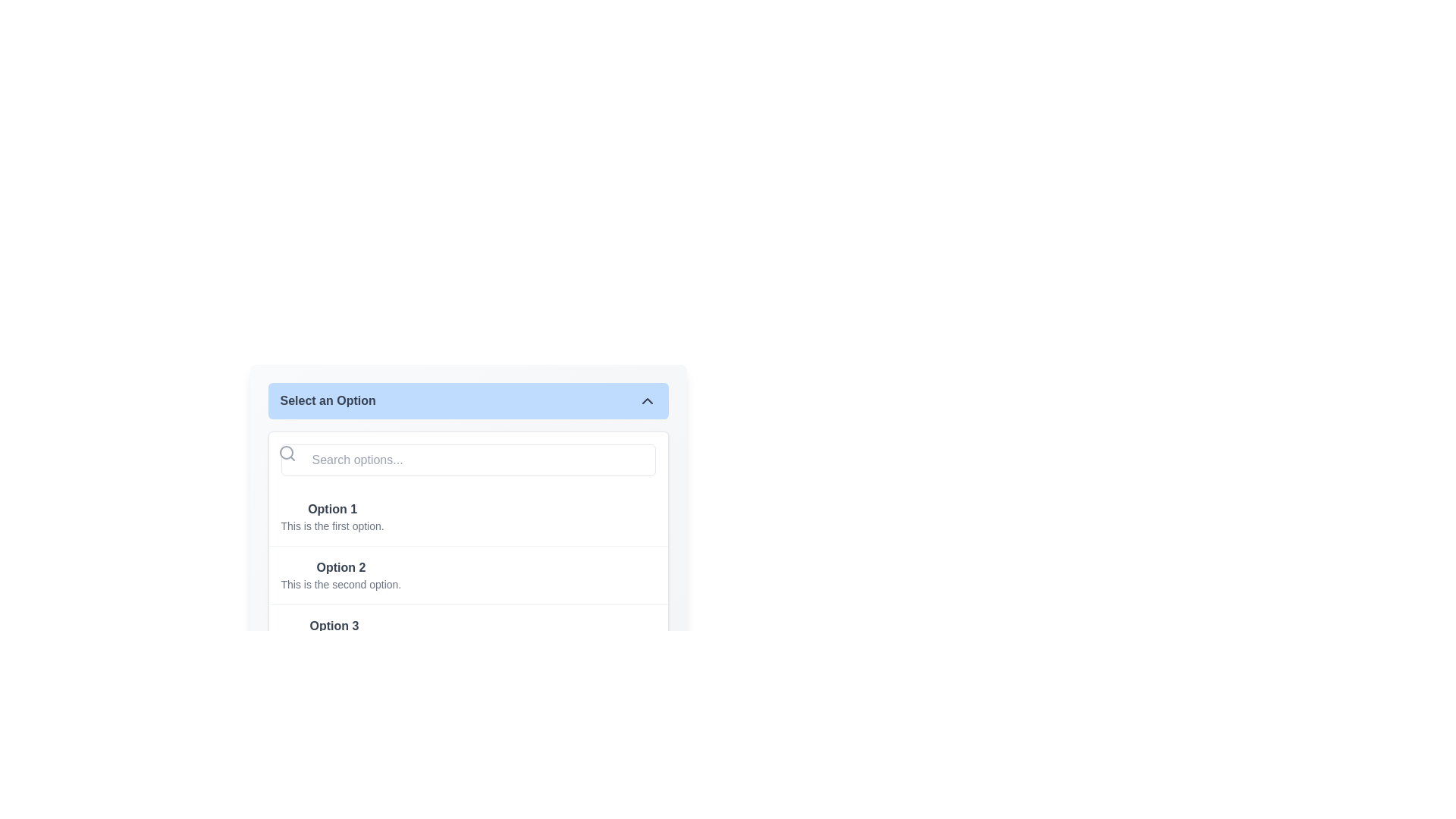 This screenshot has height=819, width=1456. What do you see at coordinates (331, 516) in the screenshot?
I see `the first list item 'Option 1' in the 'Select an Option' drop-down` at bounding box center [331, 516].